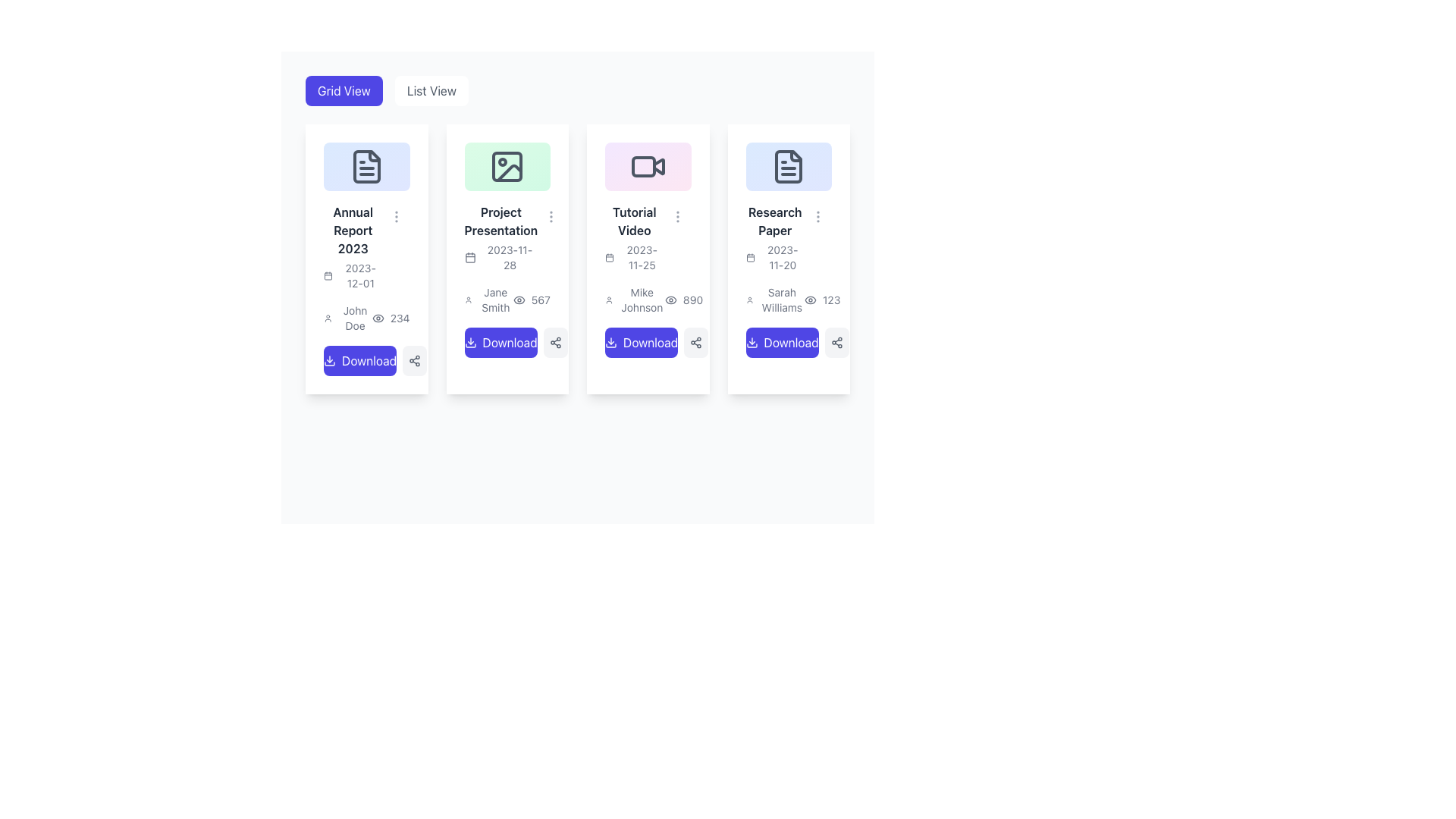  Describe the element at coordinates (366, 360) in the screenshot. I see `the 'Download' button with a blue background and white text, located at the bottom of the 'Annual Report 2023' card` at that location.